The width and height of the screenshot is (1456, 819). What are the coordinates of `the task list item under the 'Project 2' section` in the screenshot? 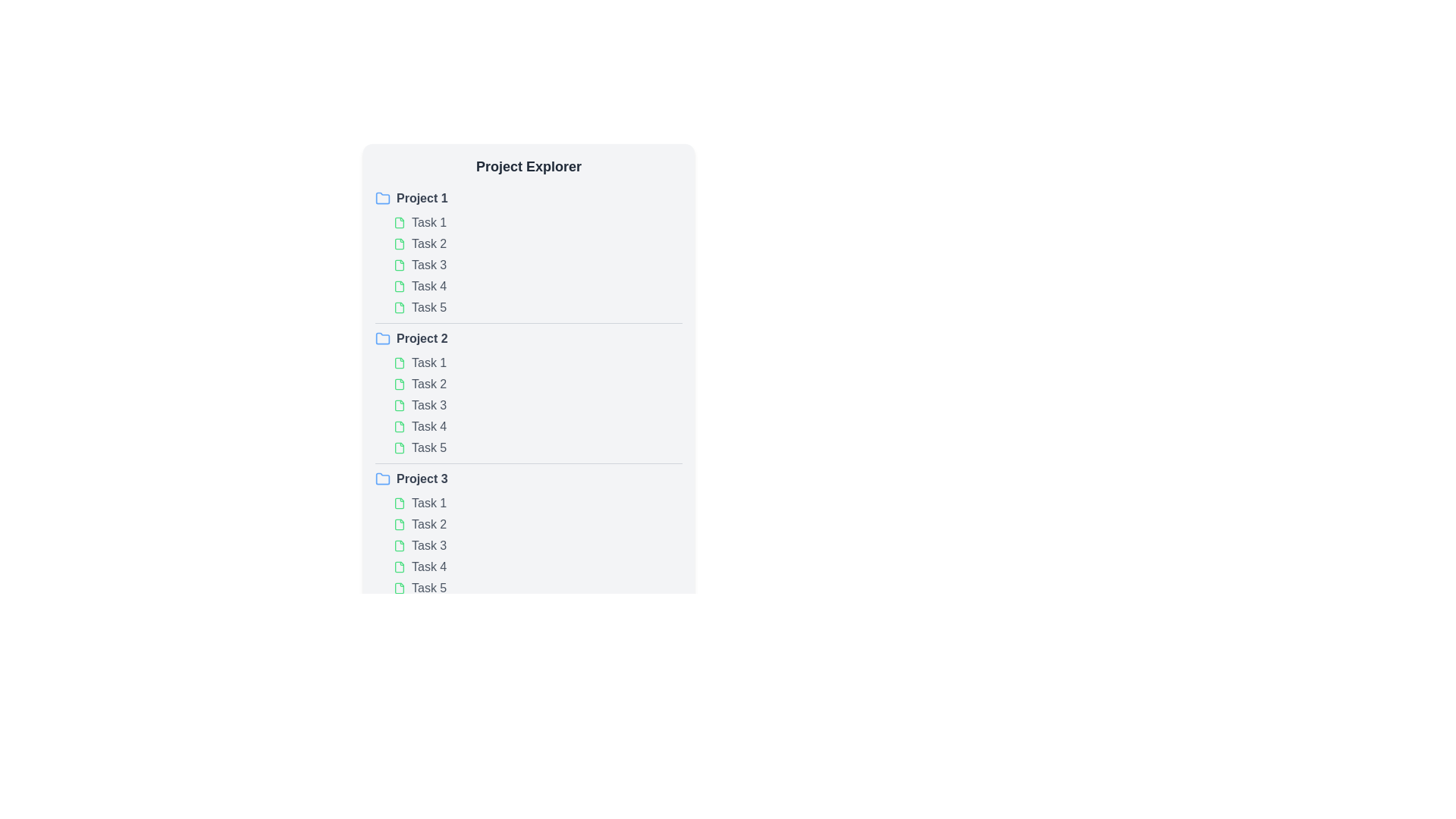 It's located at (538, 405).